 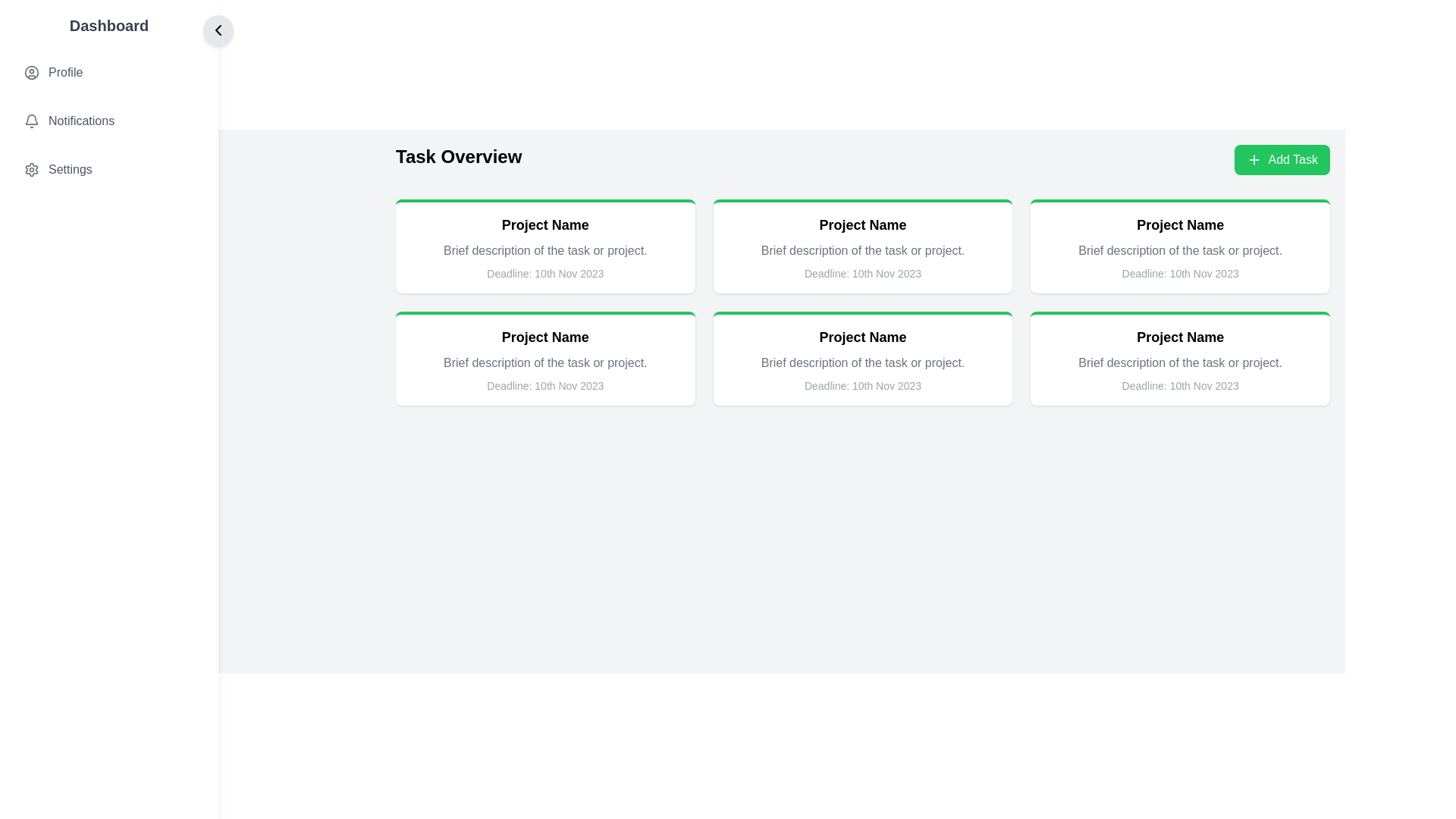 I want to click on a keyboard shortcut, so click(x=108, y=102).